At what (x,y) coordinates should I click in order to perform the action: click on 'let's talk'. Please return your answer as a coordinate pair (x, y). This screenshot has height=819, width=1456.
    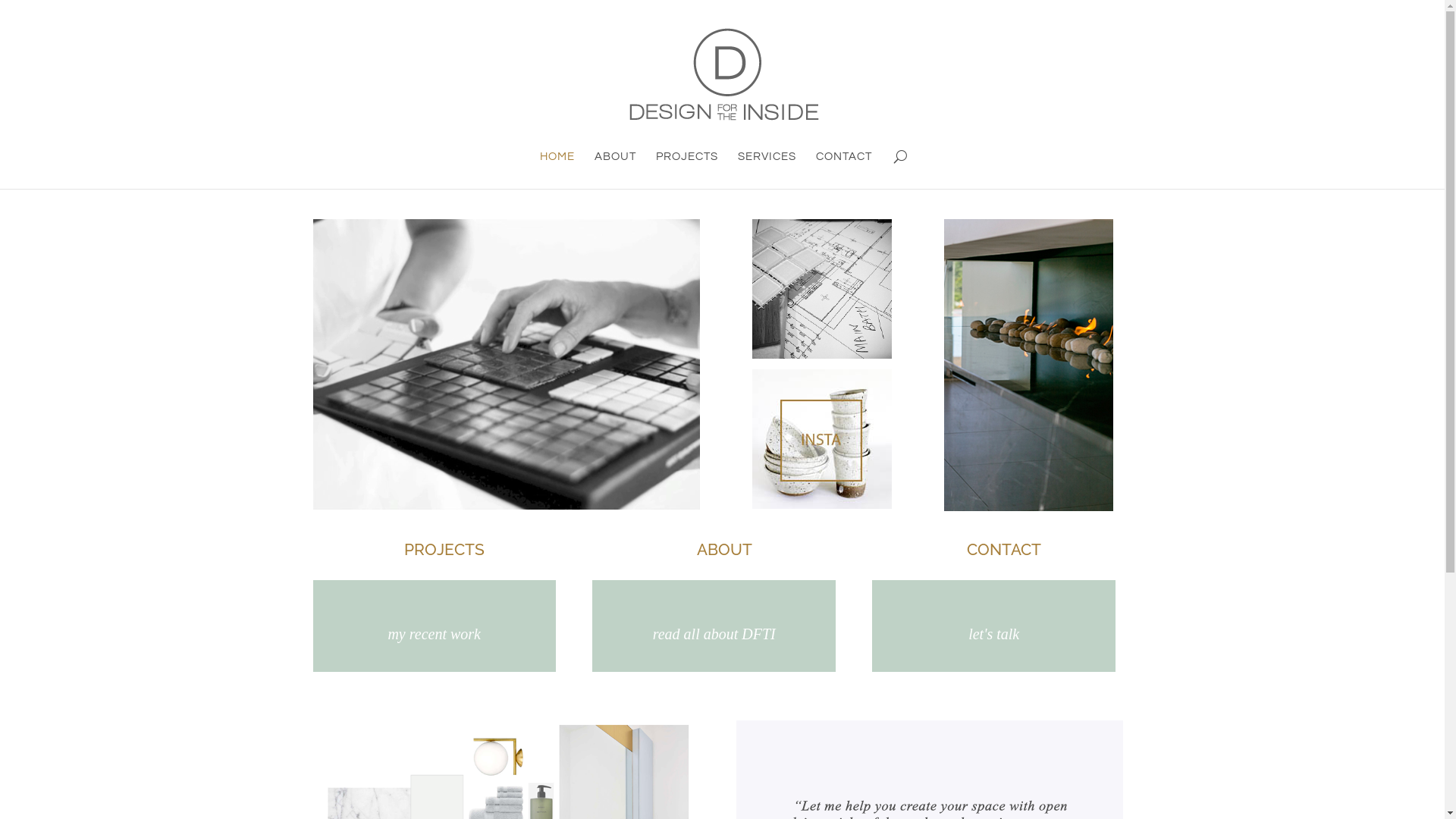
    Looking at the image, I should click on (993, 634).